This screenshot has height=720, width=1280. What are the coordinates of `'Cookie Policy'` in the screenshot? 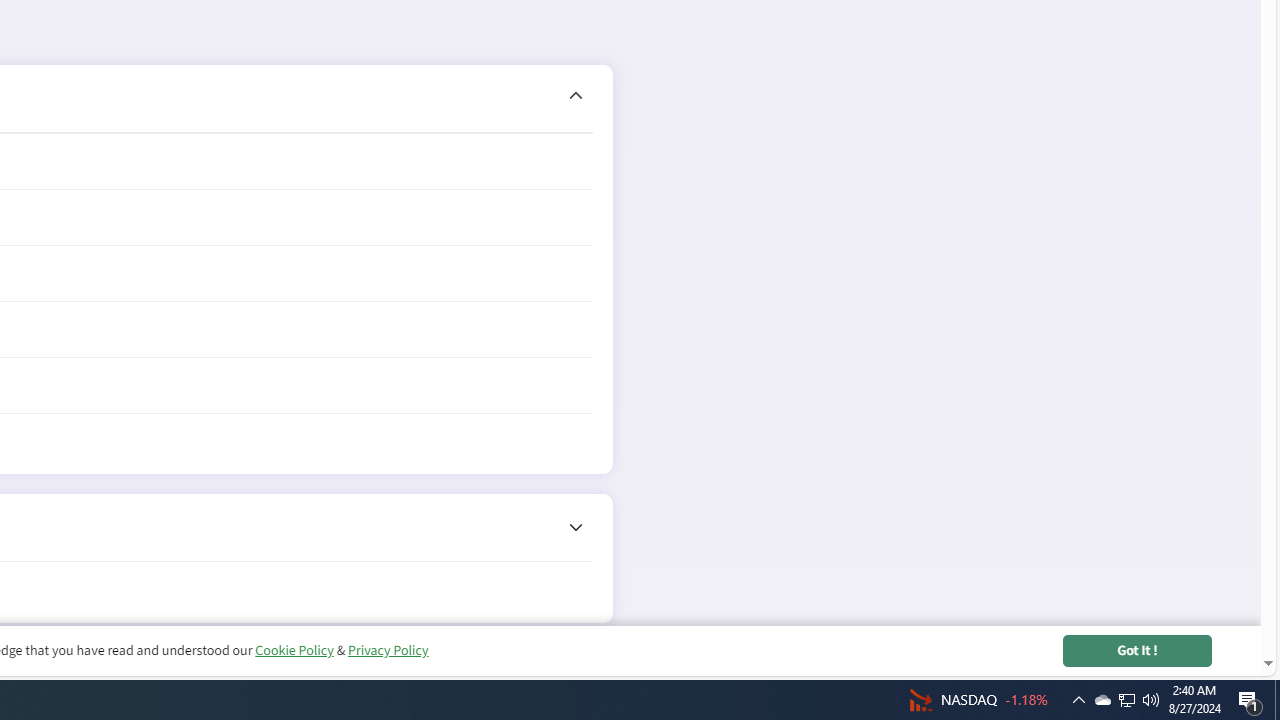 It's located at (293, 650).